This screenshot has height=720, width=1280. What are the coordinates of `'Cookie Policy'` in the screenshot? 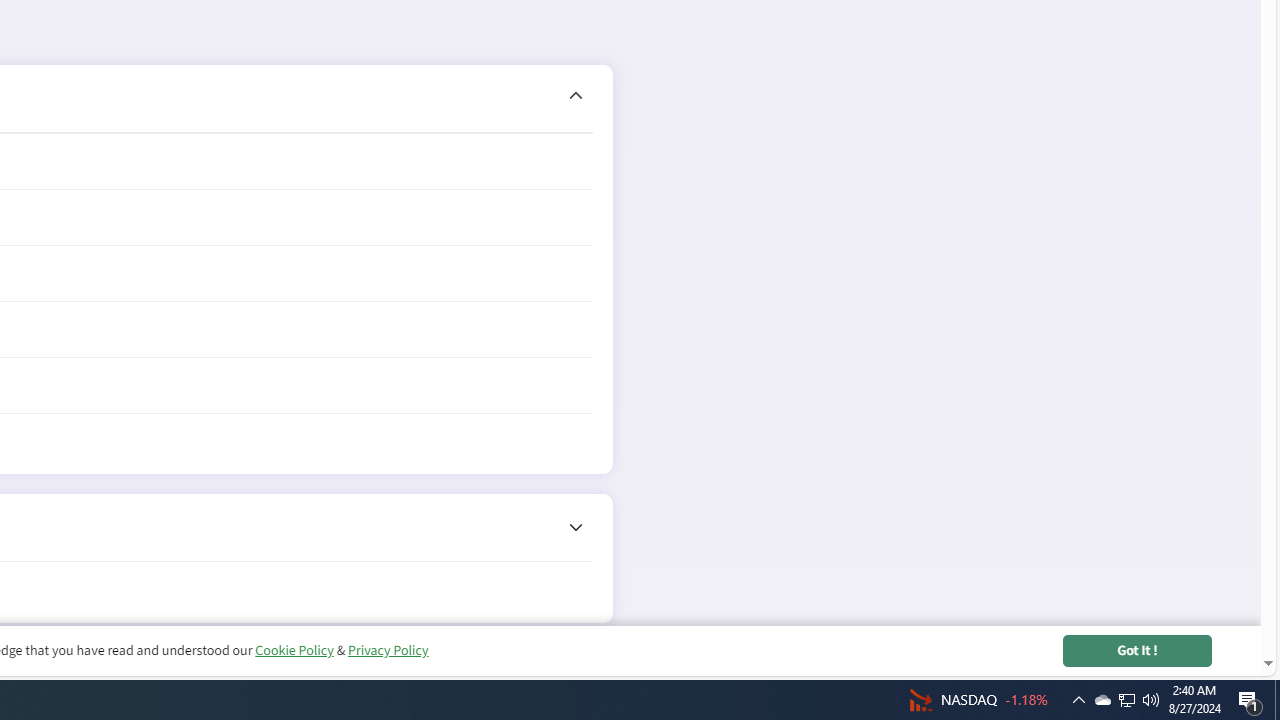 It's located at (293, 650).